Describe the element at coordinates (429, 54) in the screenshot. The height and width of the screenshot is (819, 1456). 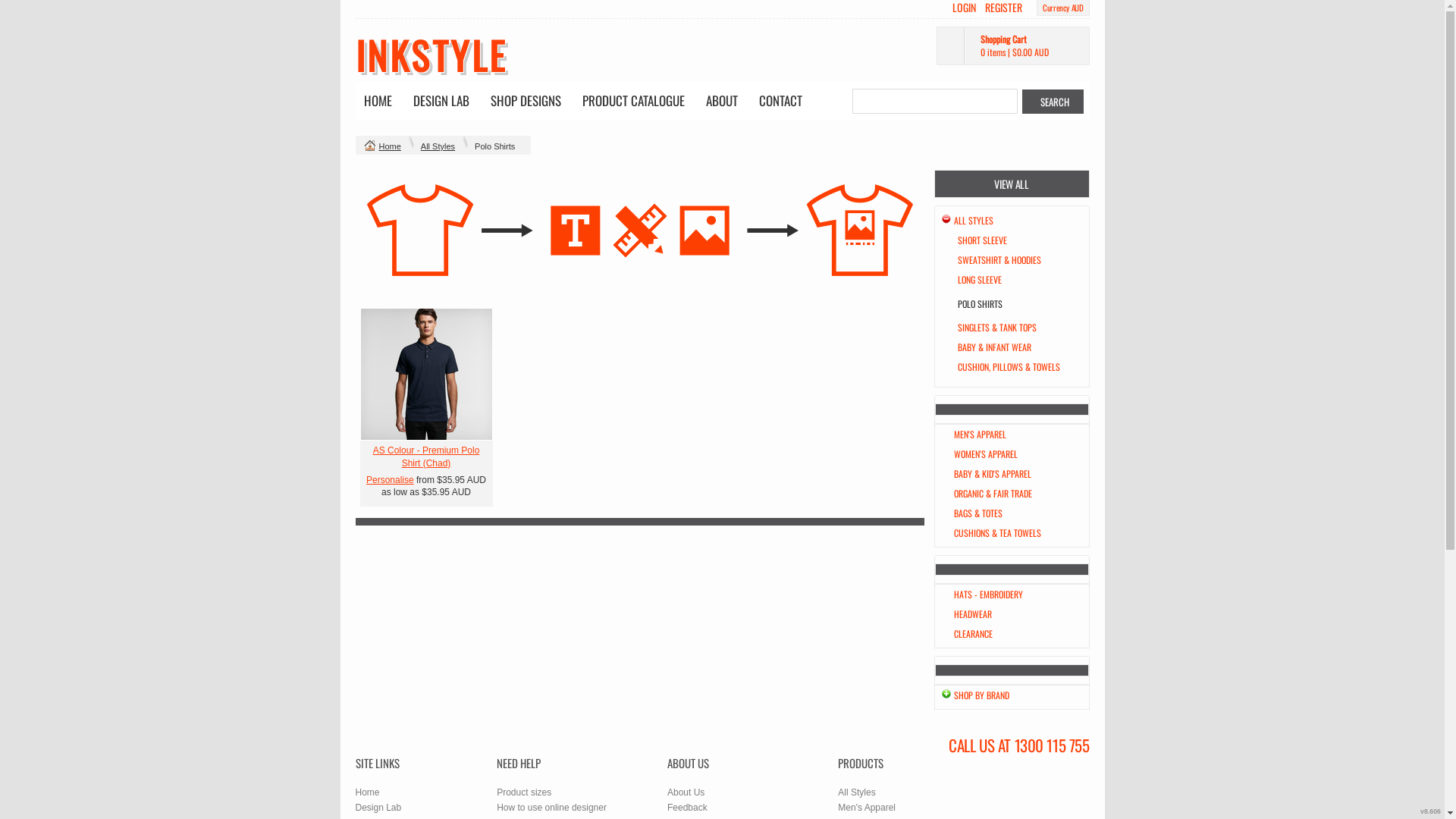
I see `'INKSTYLE'` at that location.